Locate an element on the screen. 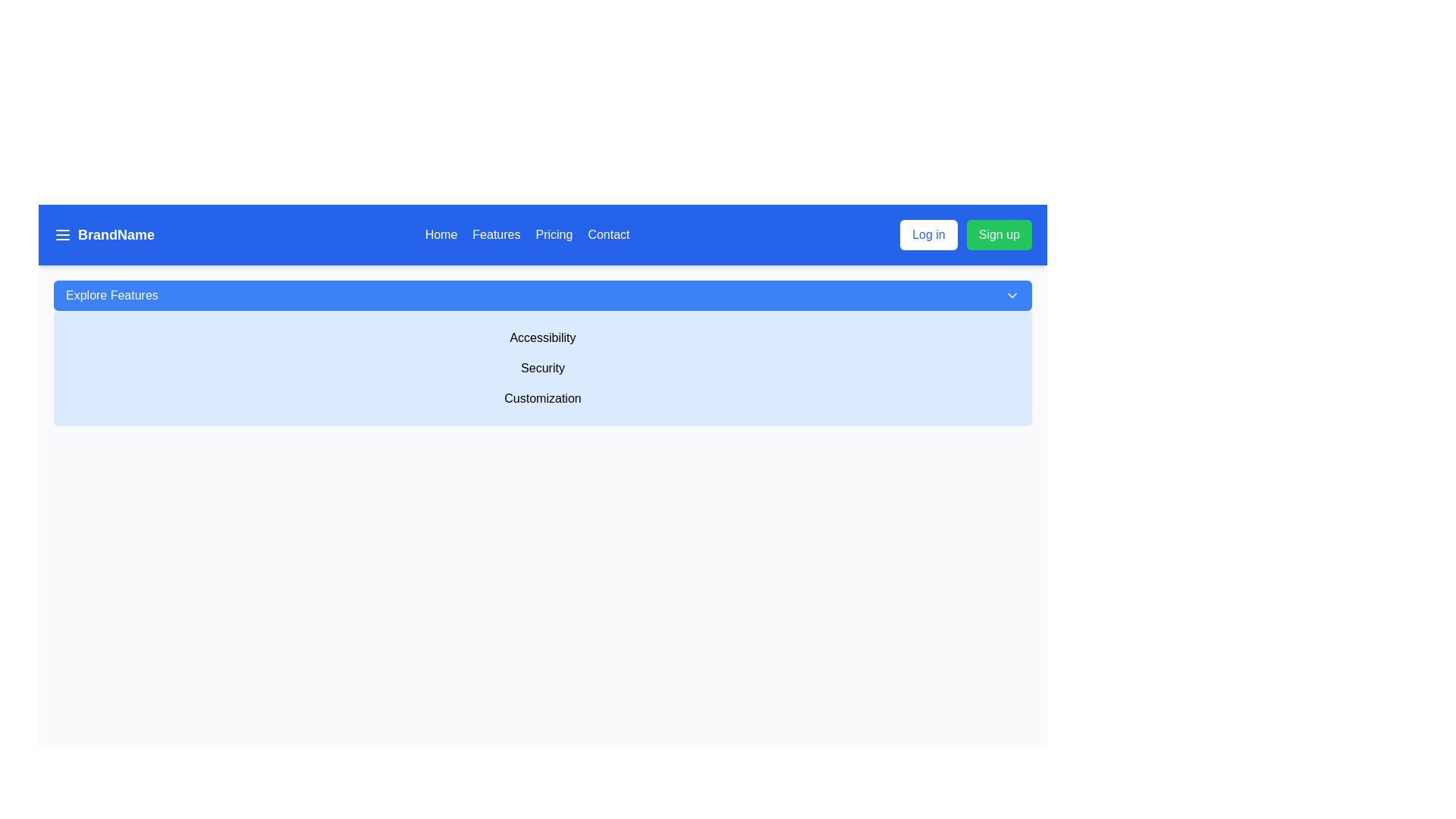 The image size is (1456, 819). the dropdown indicator located on the far right of the 'Explore Features' button is located at coordinates (1012, 295).